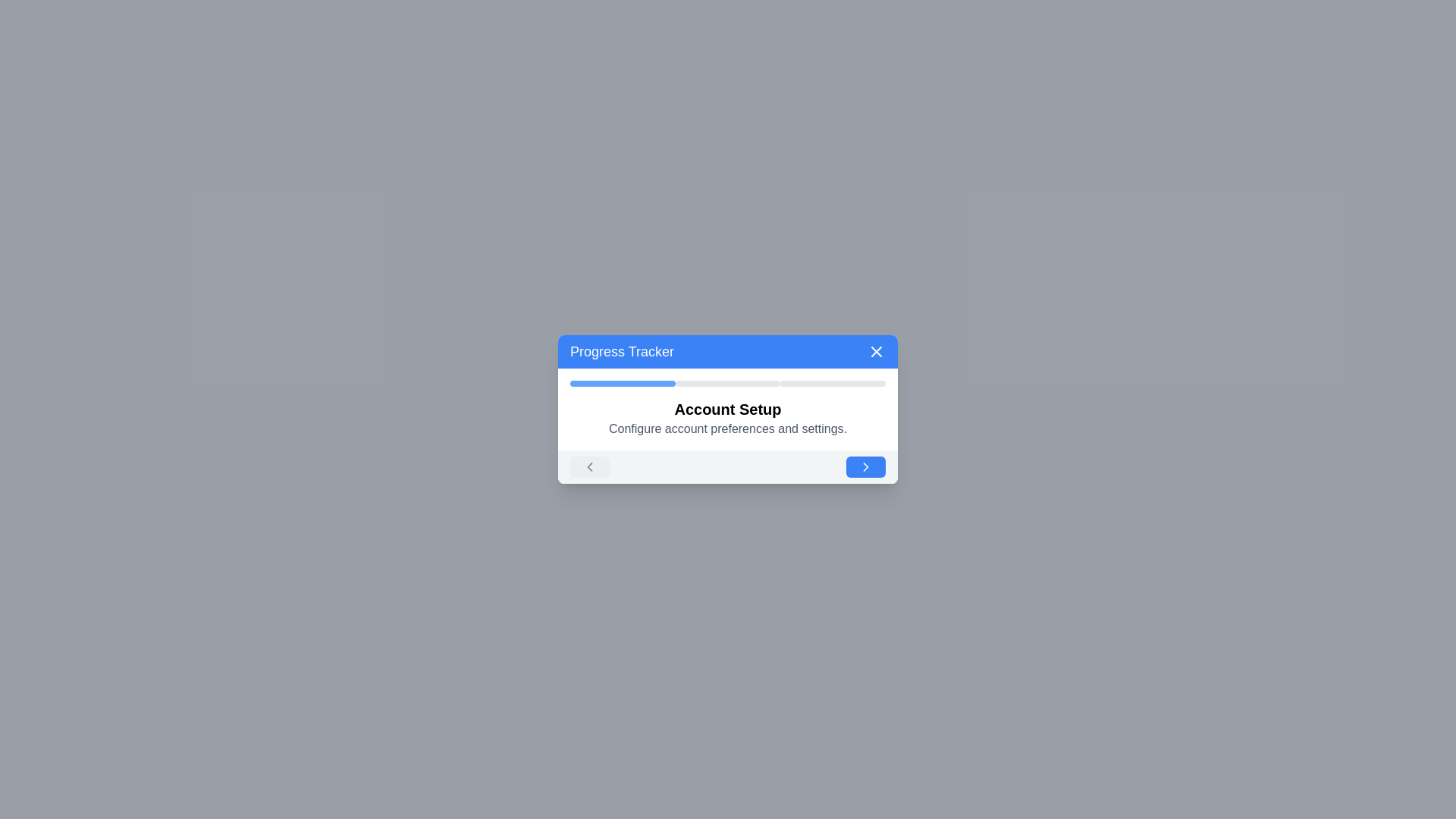  I want to click on the second segment of the horizontal progress bar, which is styled with a gray background and is located between a blue segment and another gray segment, beneath the 'Progress Tracker' title and above 'Account Setup.', so click(728, 382).